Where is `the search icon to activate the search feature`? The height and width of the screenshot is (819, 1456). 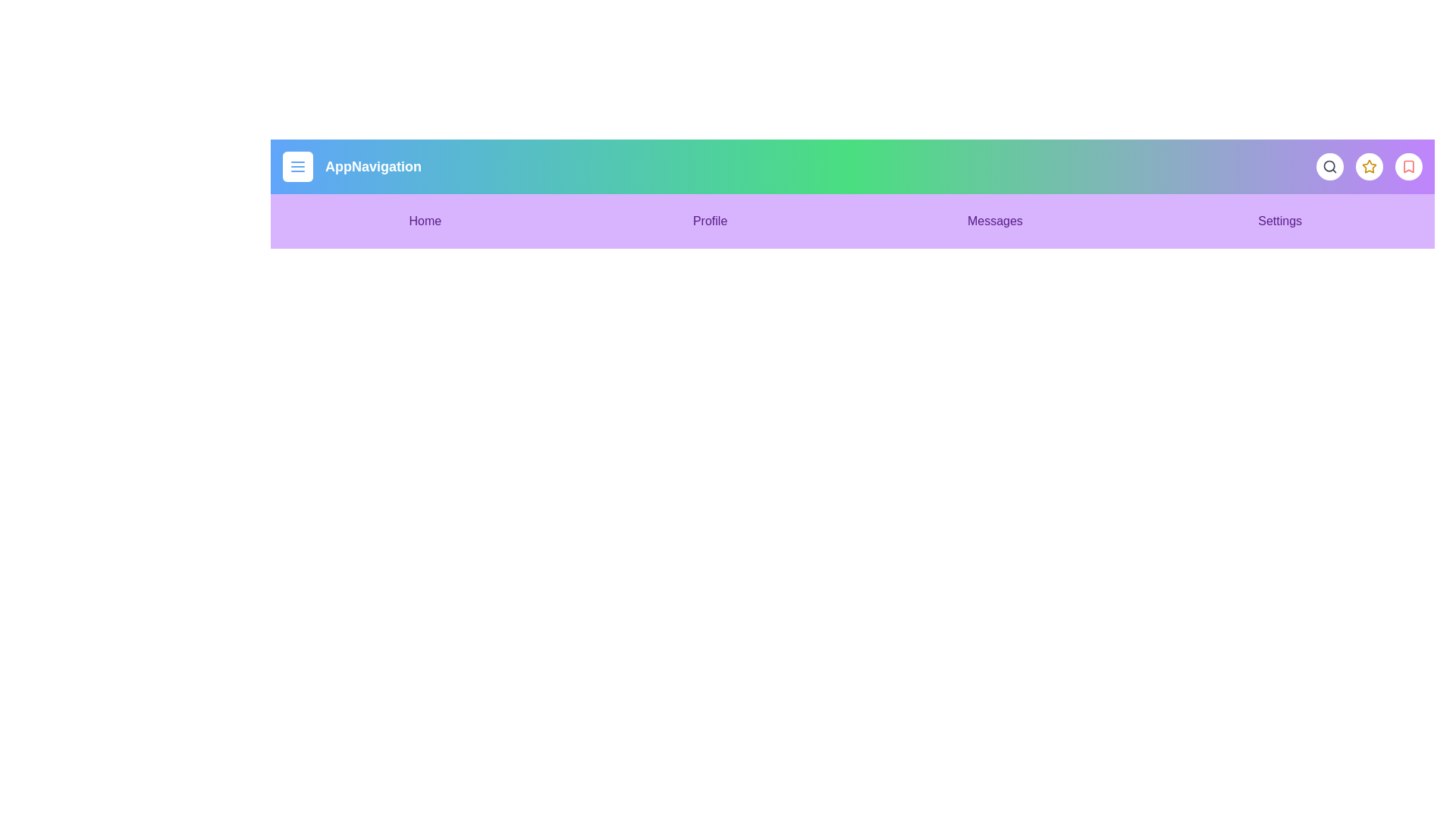 the search icon to activate the search feature is located at coordinates (1329, 166).